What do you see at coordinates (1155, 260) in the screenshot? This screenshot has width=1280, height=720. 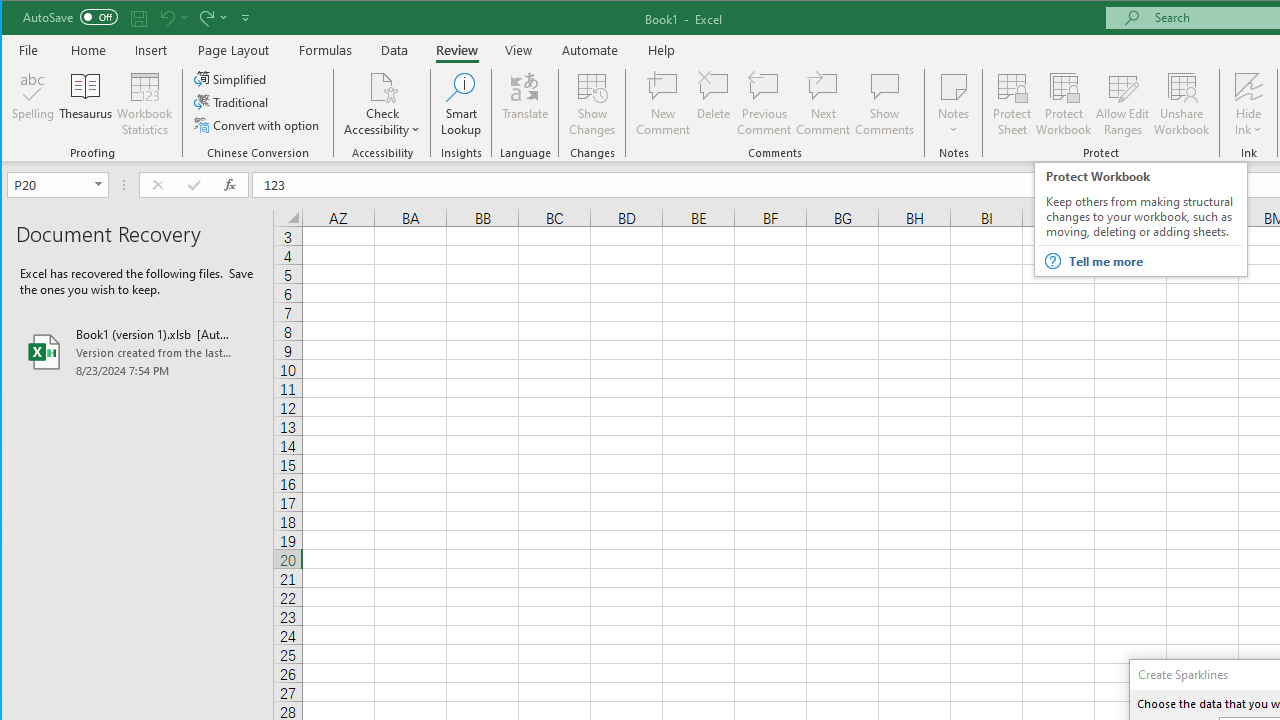 I see `'Tell me more'` at bounding box center [1155, 260].